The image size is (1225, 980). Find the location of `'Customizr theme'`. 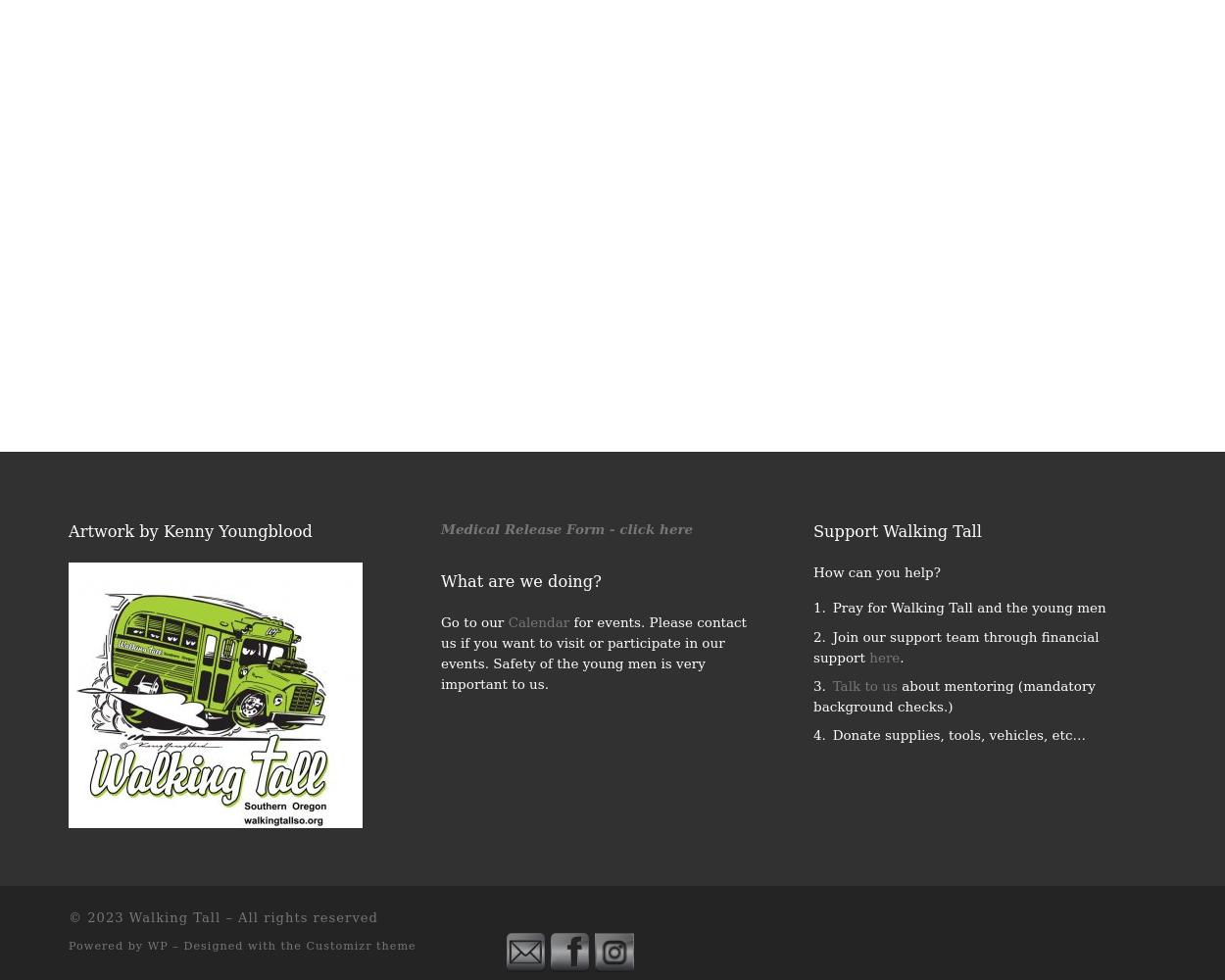

'Customizr theme' is located at coordinates (360, 944).